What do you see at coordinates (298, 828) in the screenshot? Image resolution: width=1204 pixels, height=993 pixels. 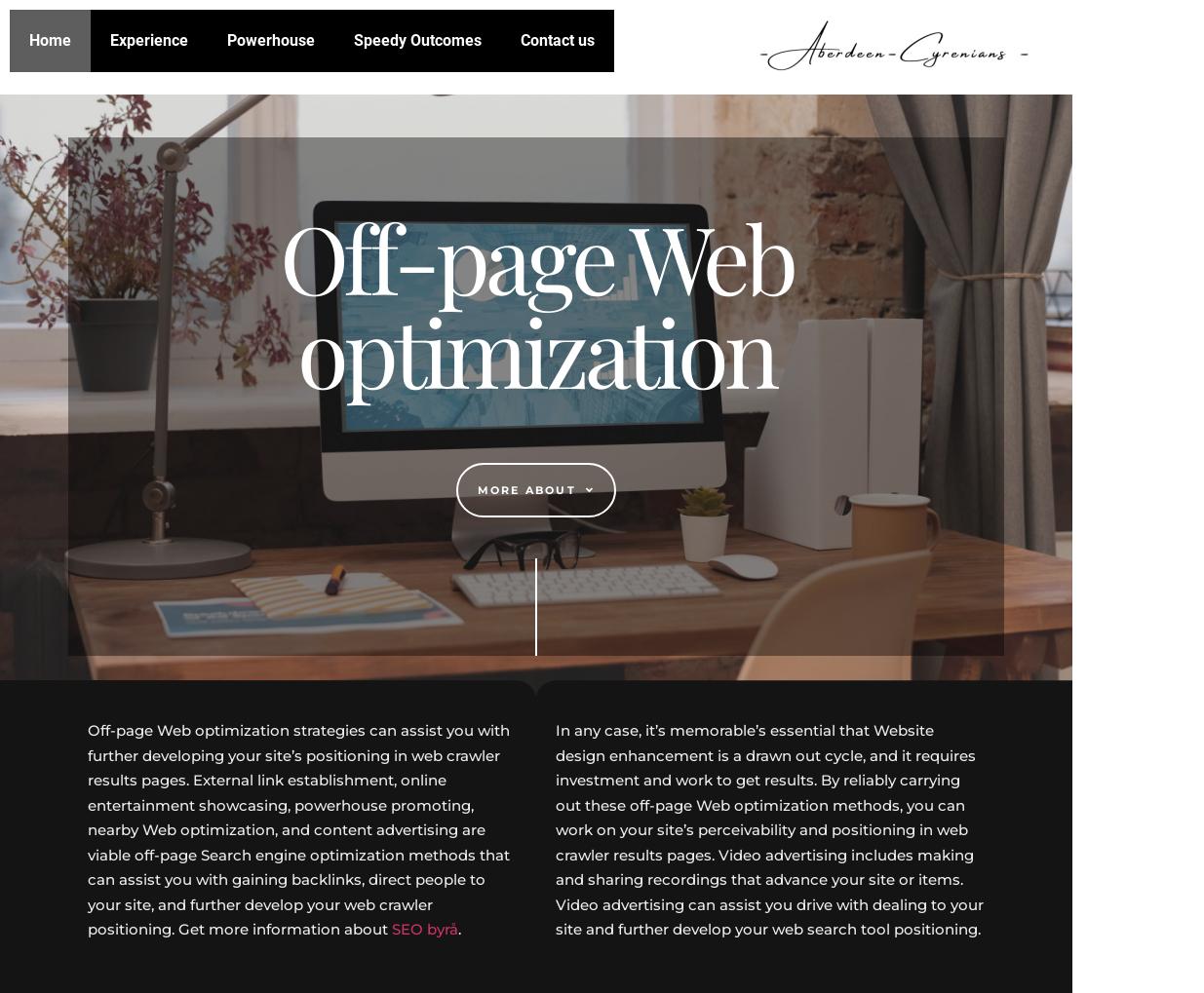 I see `'Off-page Web optimization strategies can assist you with further developing your site’s positioning in web crawler results pages. External link establishment, online entertainment showcasing, powerhouse promoting, nearby Web optimization, and content advertising are viable off-page Search engine optimization methods that can assist you with gaining backlinks, direct people to your site, and further develop your web crawler positioning. Get more information about'` at bounding box center [298, 828].